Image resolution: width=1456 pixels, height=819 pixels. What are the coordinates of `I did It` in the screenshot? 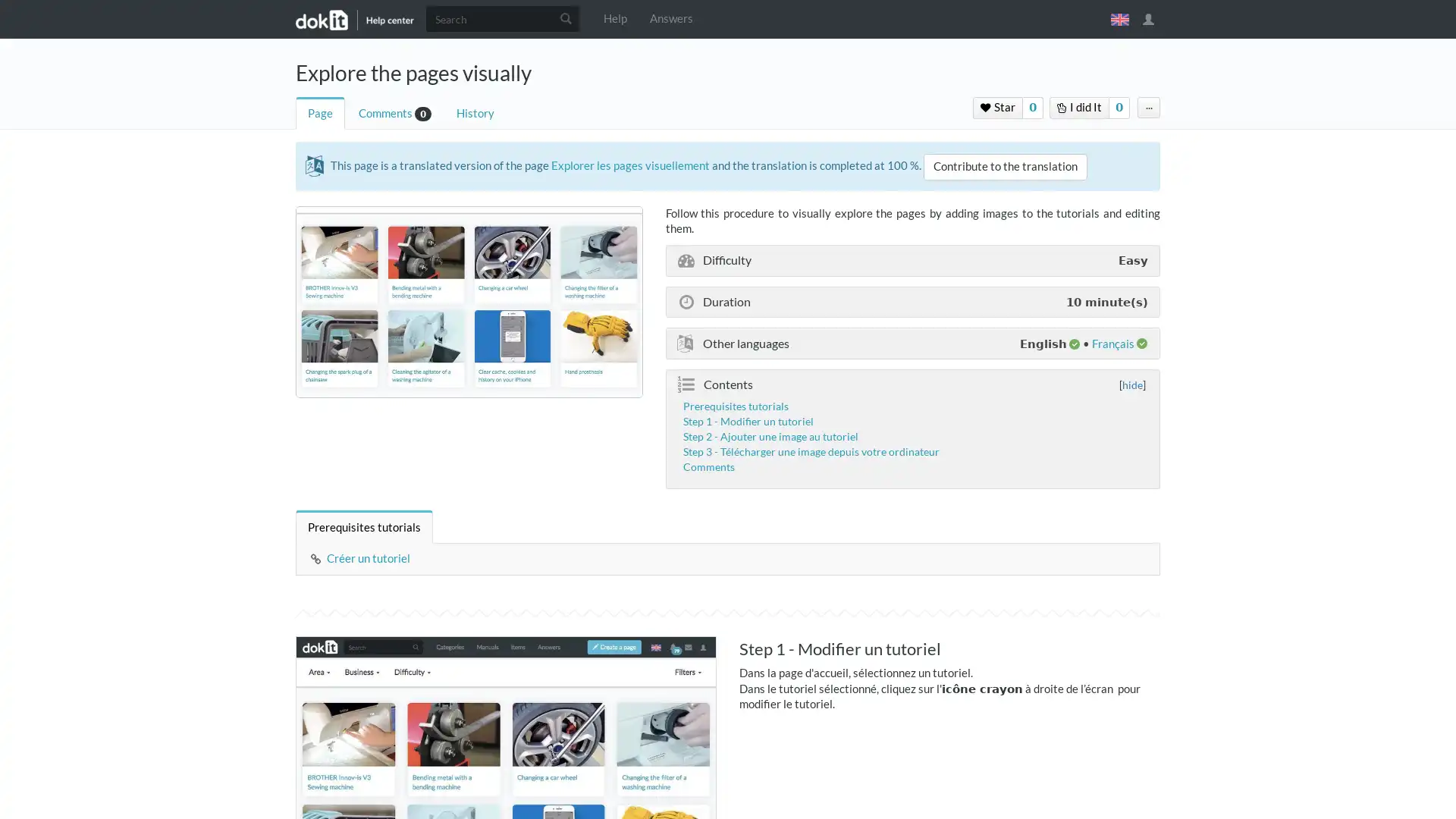 It's located at (1078, 107).